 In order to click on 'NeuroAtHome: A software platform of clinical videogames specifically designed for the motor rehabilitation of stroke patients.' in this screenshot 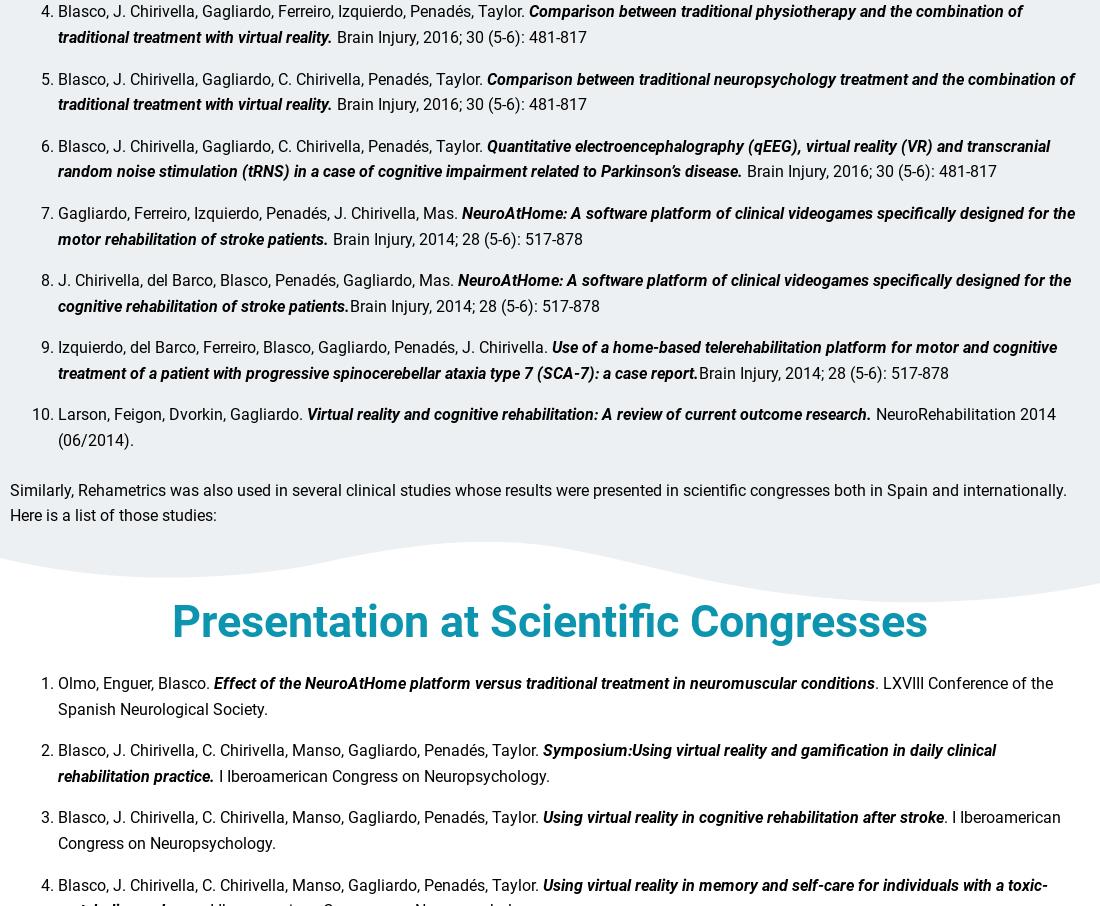, I will do `click(565, 234)`.